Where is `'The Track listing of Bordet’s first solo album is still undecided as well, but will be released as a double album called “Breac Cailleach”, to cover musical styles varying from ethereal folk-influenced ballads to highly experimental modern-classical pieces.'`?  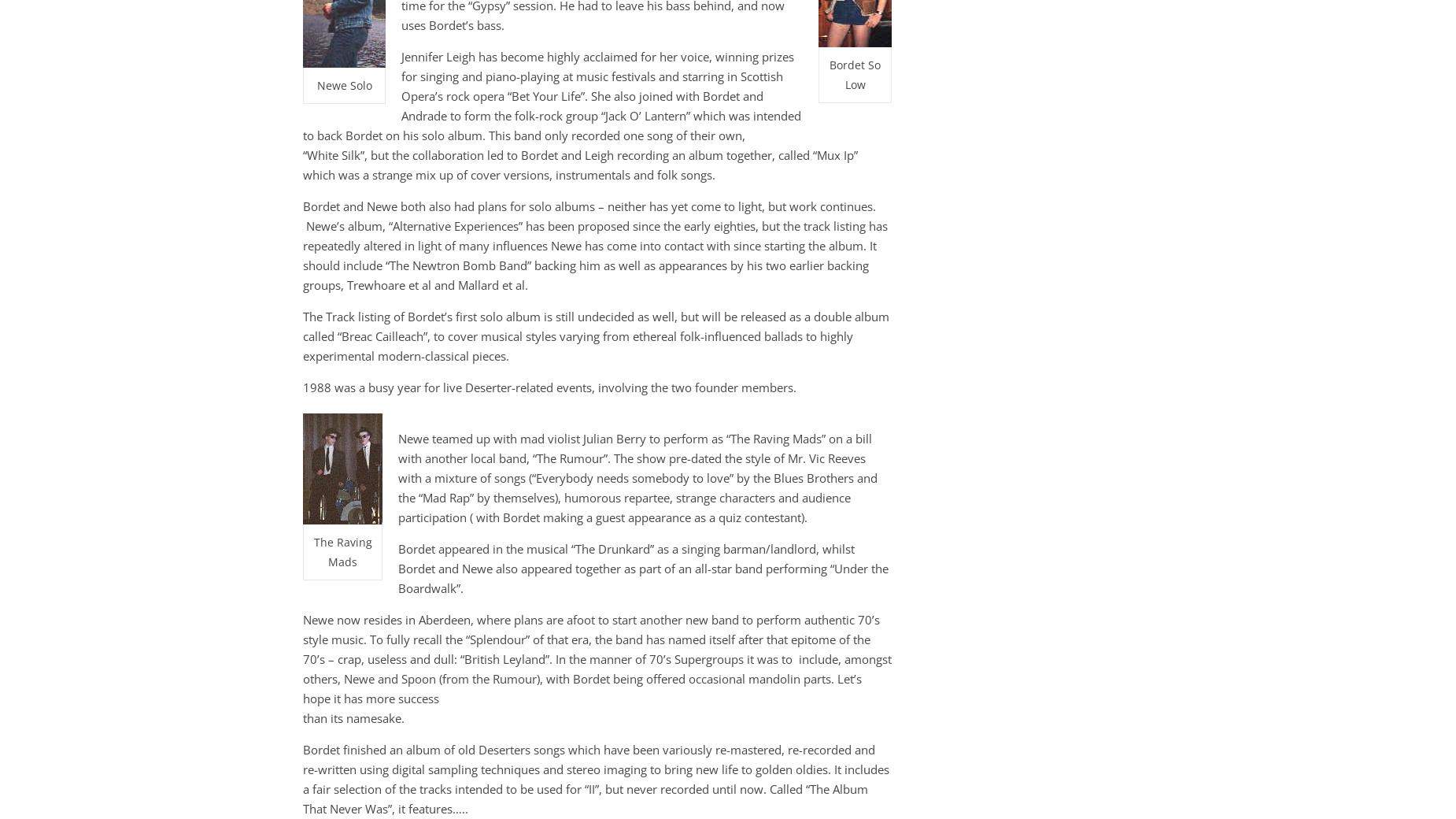
'The Track listing of Bordet’s first solo album is still undecided as well, but will be released as a double album called “Breac Cailleach”, to cover musical styles varying from ethereal folk-influenced ballads to highly experimental modern-classical pieces.' is located at coordinates (596, 336).